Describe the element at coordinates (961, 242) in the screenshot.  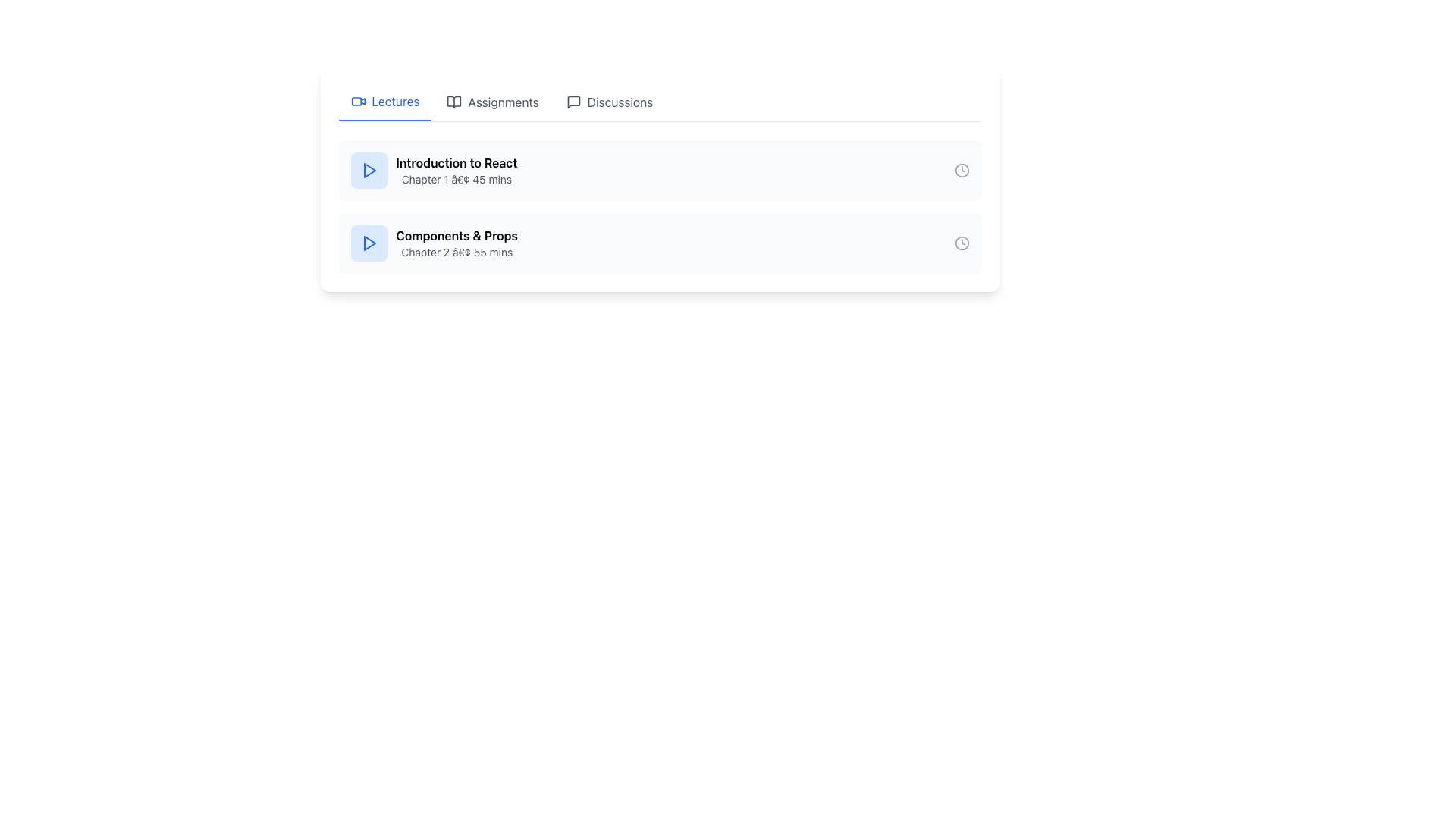
I see `the SVG Circle element that serves as part of the clock icon, located near the right side of the 'Introduction to React' item in the list` at that location.